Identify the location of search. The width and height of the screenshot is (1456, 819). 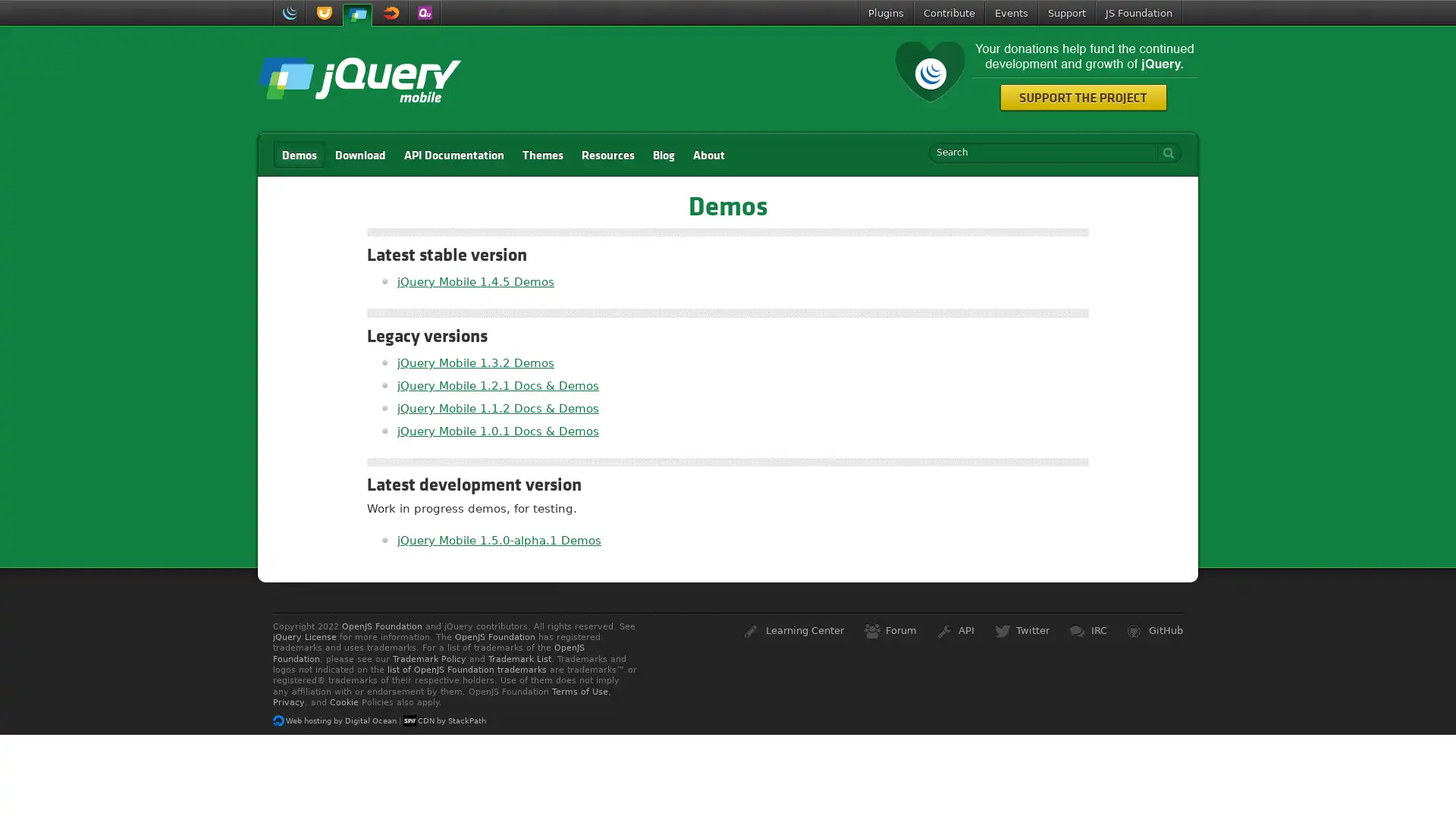
(1164, 152).